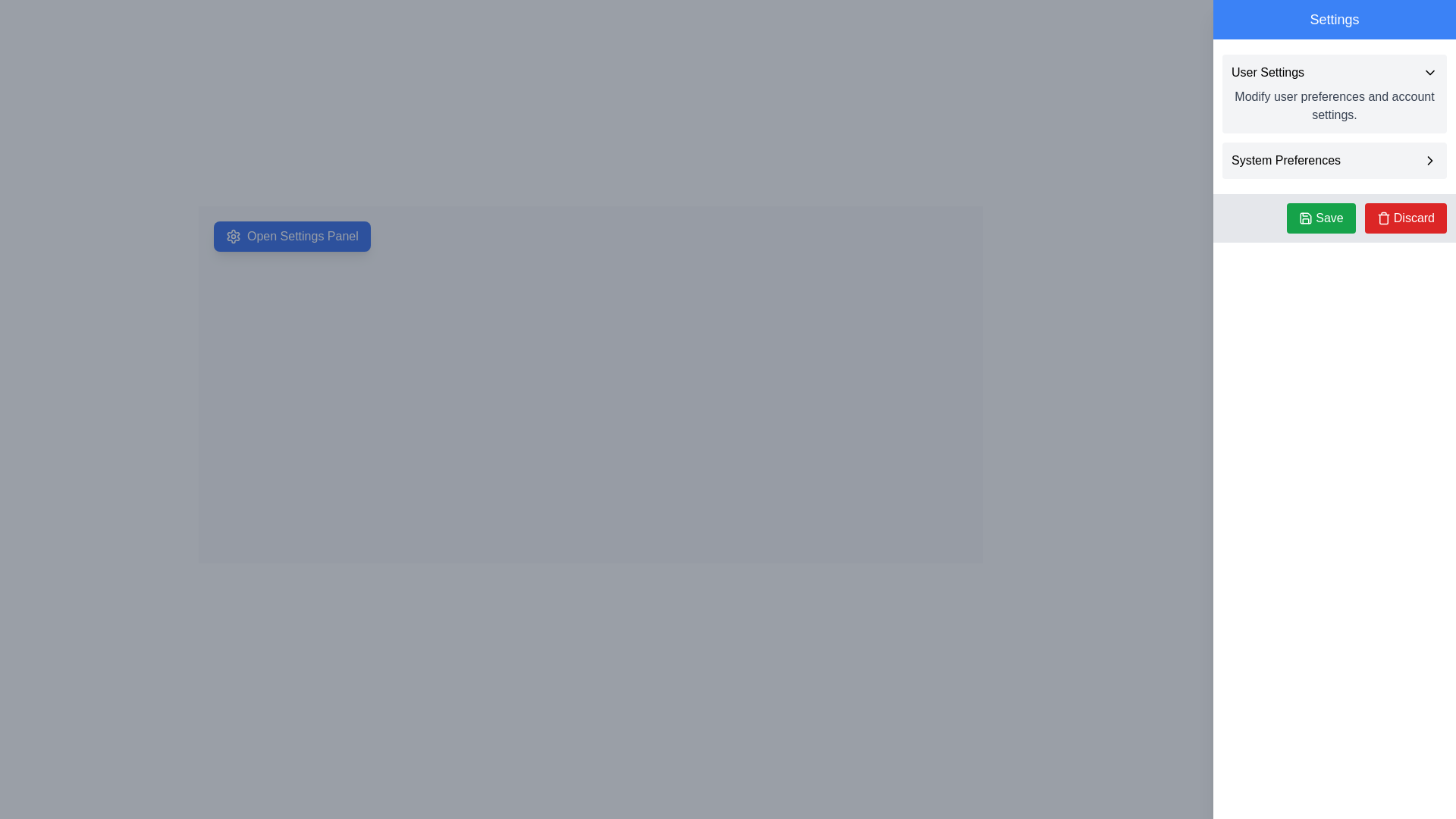 This screenshot has width=1456, height=819. Describe the element at coordinates (1404, 218) in the screenshot. I see `the discard changes button located to the right of the green 'Save' button` at that location.